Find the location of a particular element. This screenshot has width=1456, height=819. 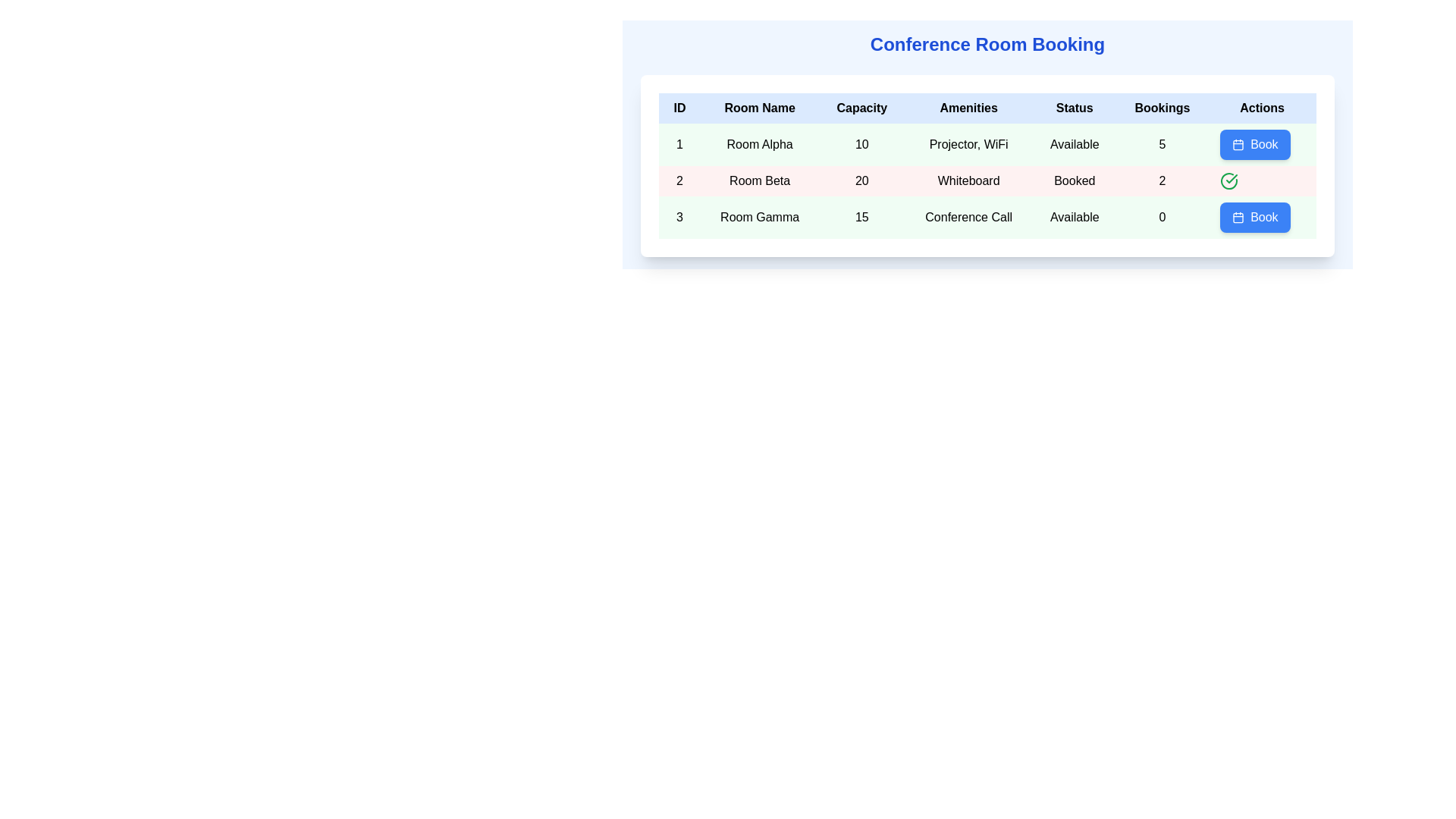

the calendar icon located in the 'Actions' column of the third row in the table, which serves as a visual cue for booking or scheduling actions is located at coordinates (1238, 218).